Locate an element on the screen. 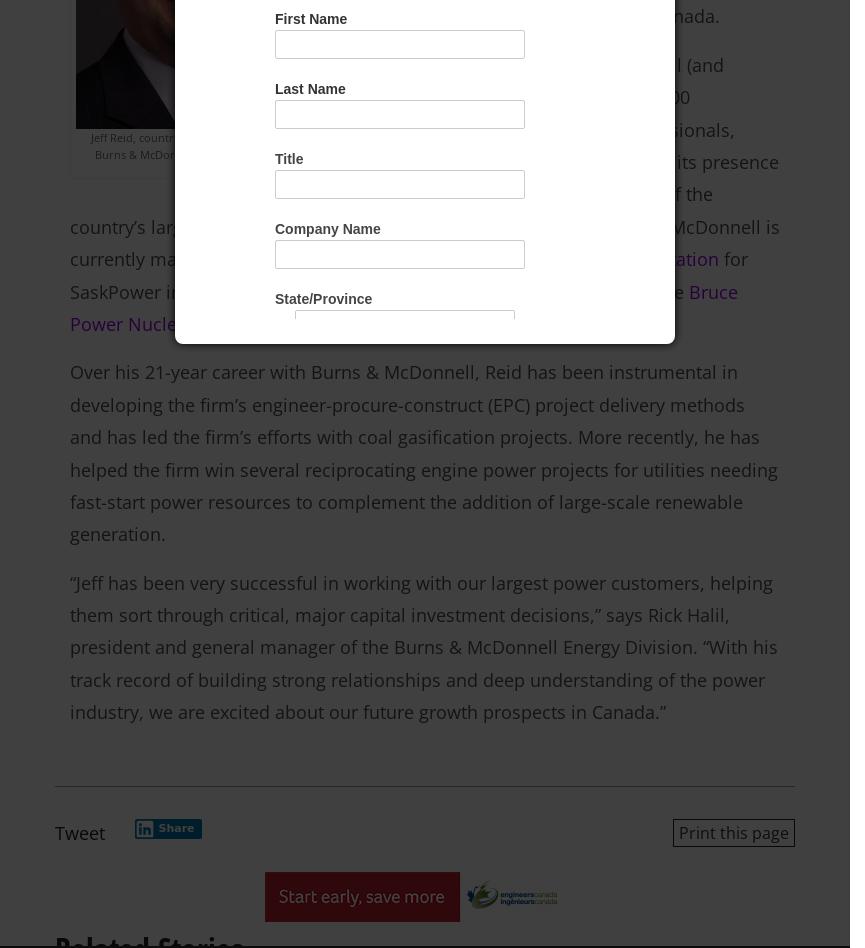  'Jeff Reid, country director – Canada, Burns & McDonnell Energy Group.' is located at coordinates (184, 144).